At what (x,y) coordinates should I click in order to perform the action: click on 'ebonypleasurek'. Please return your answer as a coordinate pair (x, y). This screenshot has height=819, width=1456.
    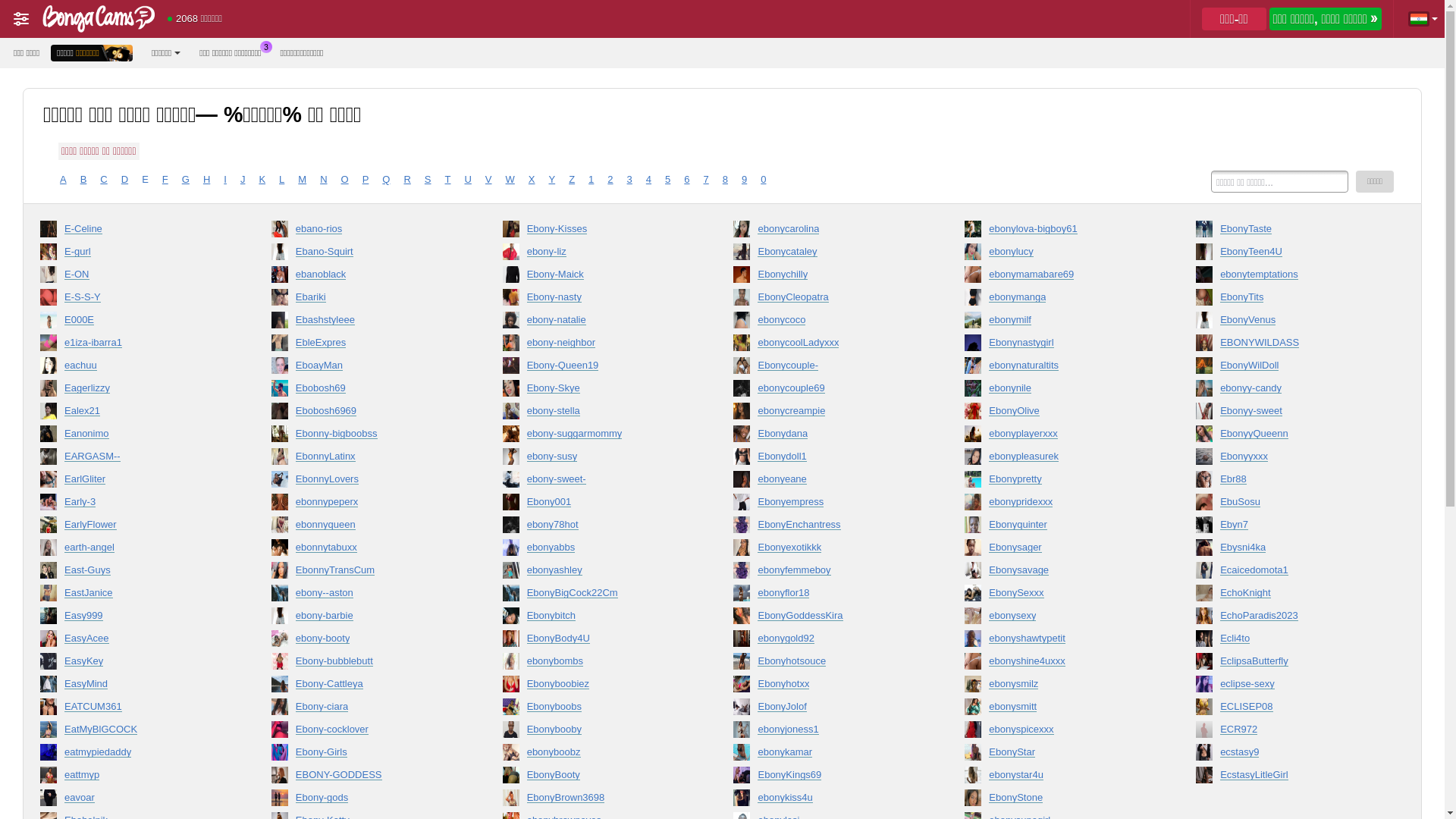
    Looking at the image, I should click on (1058, 458).